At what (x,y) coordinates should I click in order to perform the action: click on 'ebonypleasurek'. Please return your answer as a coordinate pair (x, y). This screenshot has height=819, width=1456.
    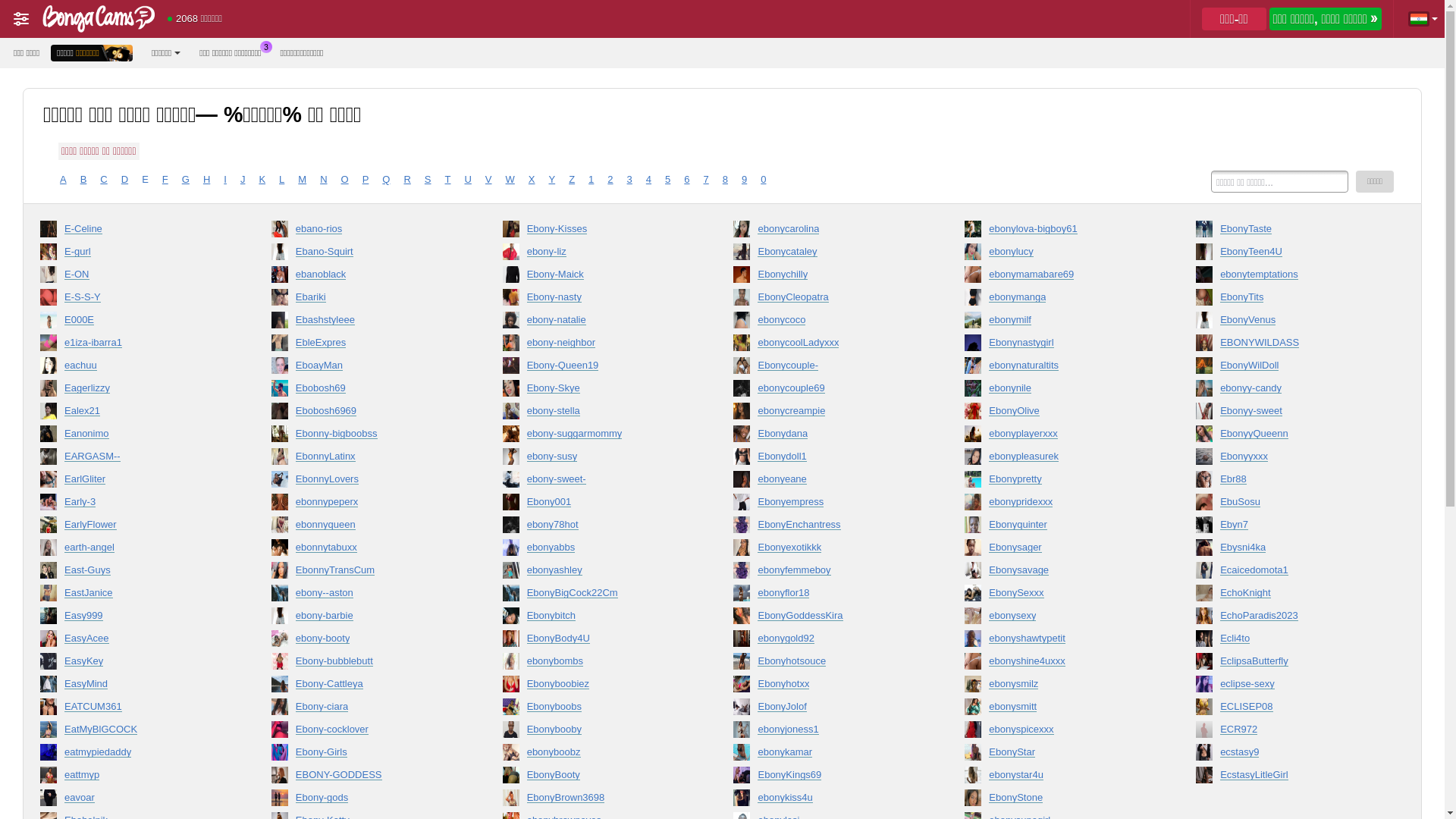
    Looking at the image, I should click on (1058, 458).